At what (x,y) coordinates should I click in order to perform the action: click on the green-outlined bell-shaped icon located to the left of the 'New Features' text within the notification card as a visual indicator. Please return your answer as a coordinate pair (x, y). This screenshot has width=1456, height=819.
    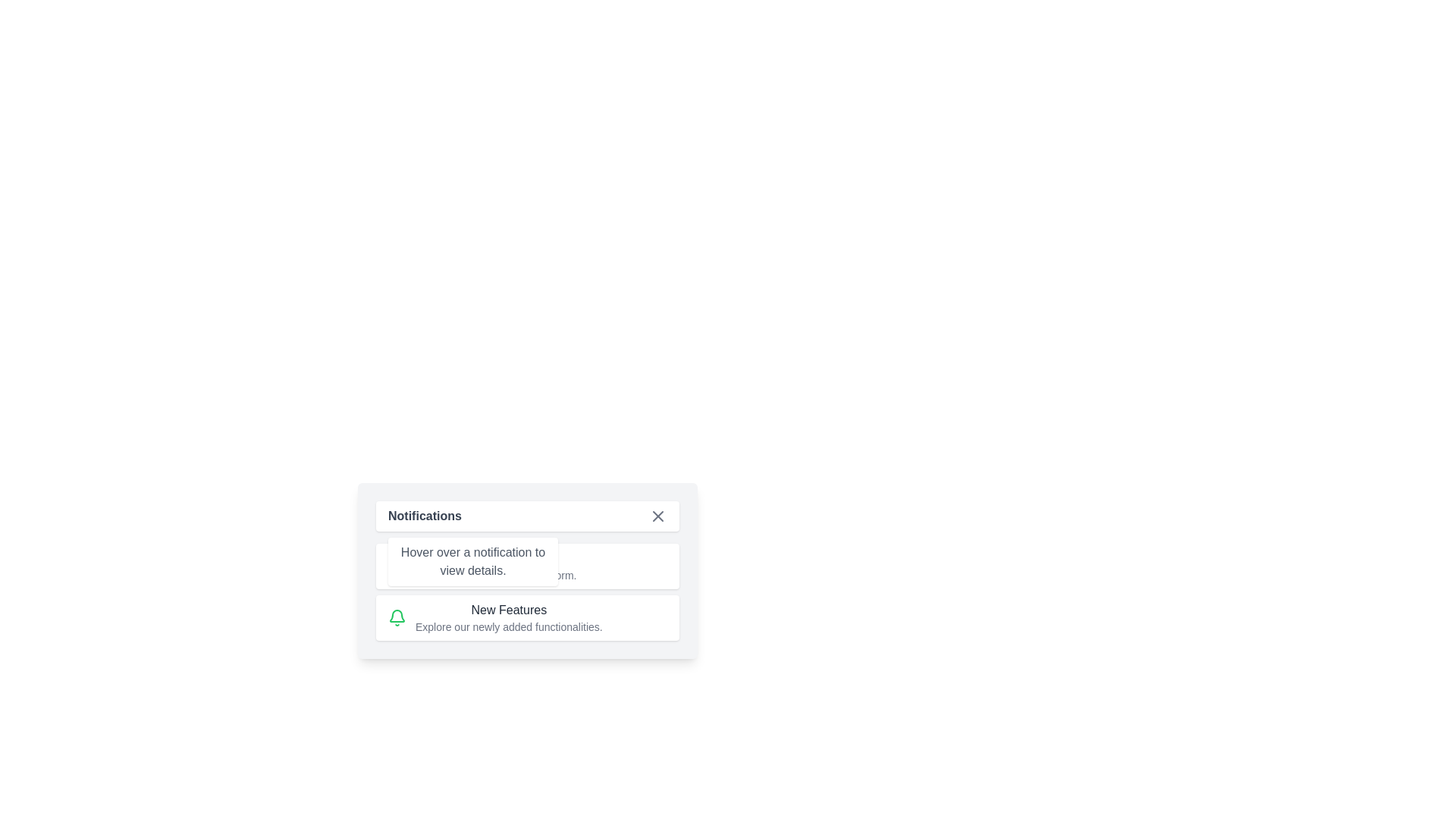
    Looking at the image, I should click on (397, 617).